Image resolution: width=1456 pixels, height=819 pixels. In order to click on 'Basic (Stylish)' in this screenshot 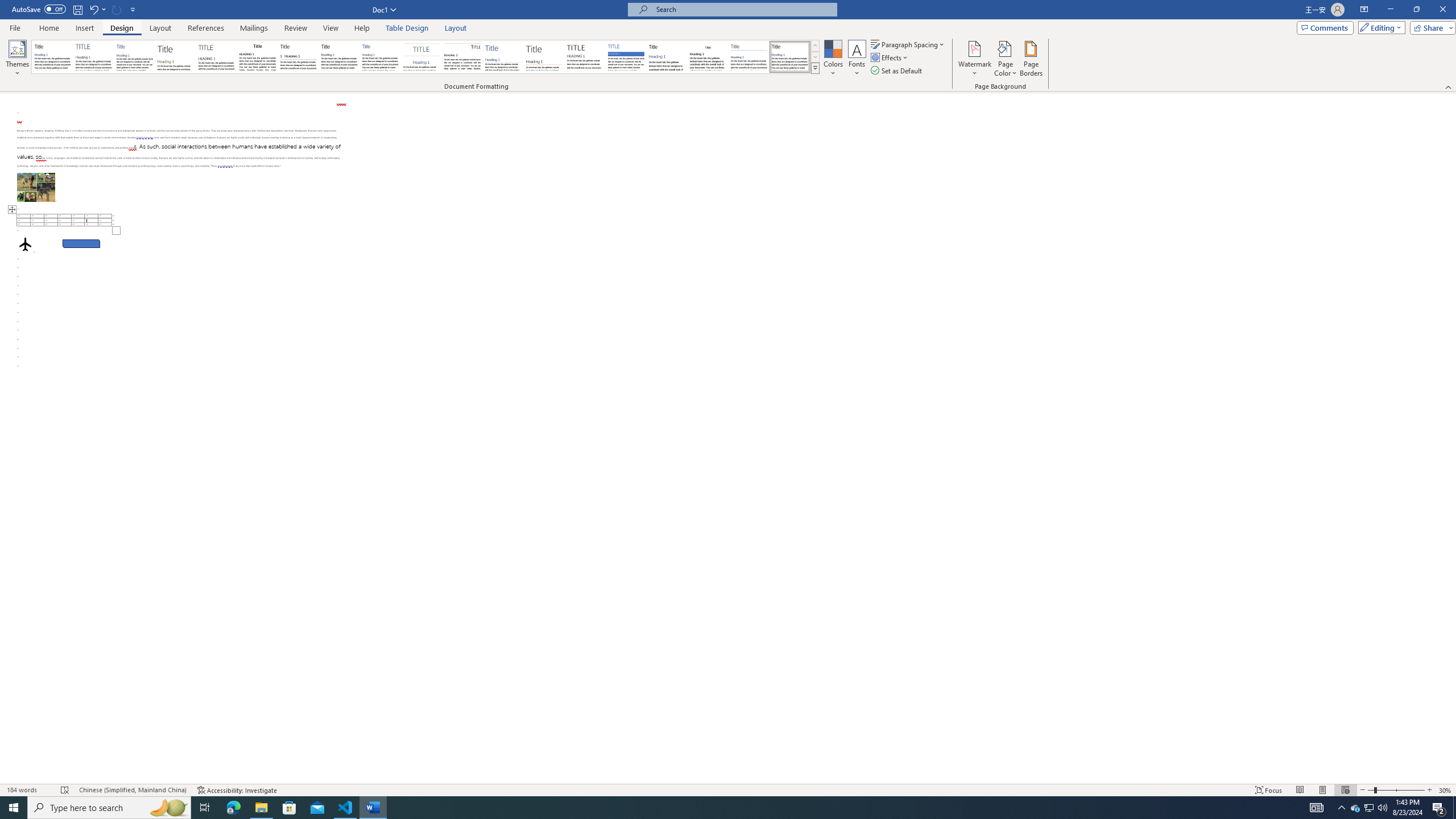, I will do `click(176, 56)`.